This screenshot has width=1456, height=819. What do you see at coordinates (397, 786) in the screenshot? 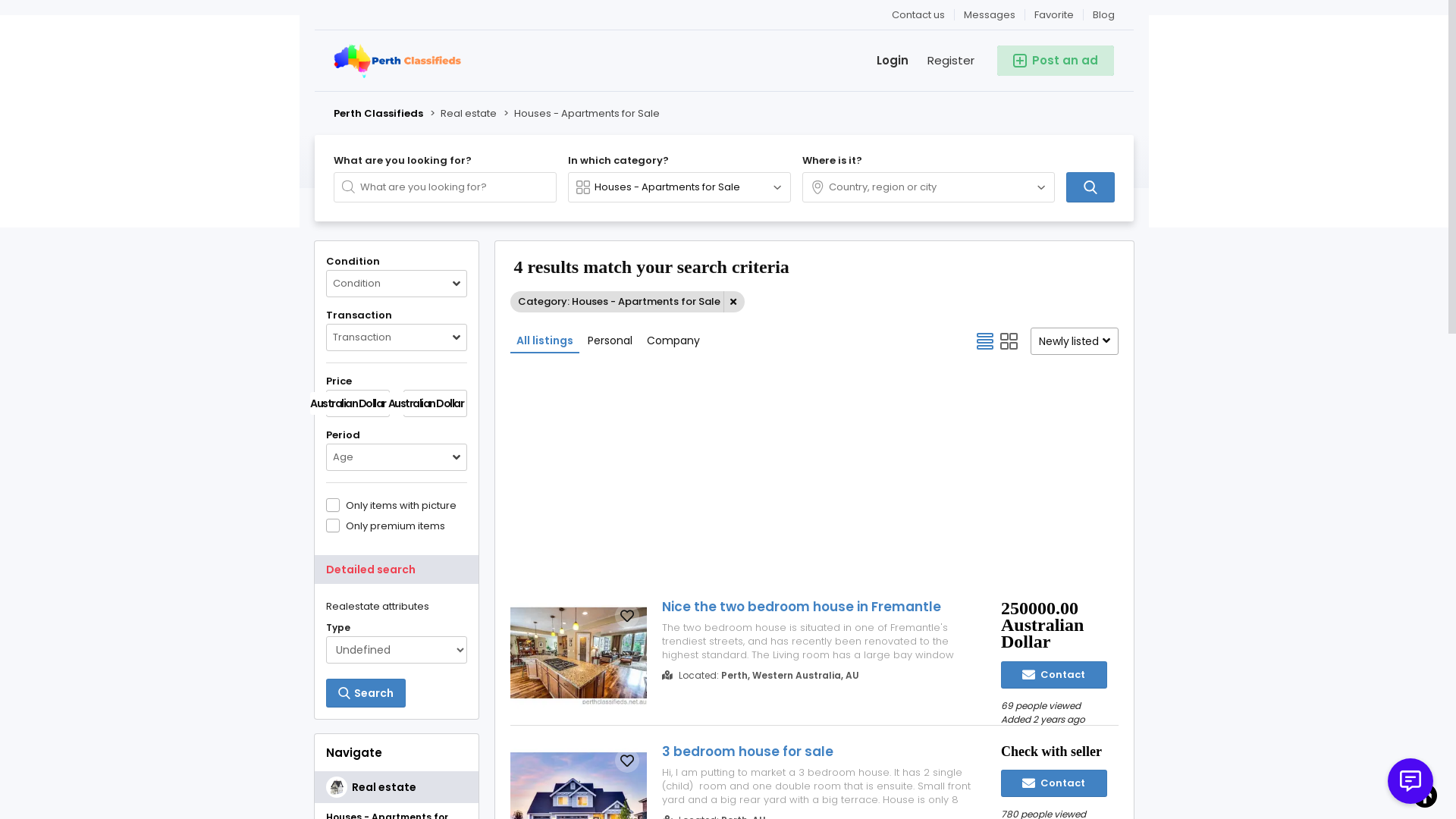
I see `'Real estate'` at bounding box center [397, 786].